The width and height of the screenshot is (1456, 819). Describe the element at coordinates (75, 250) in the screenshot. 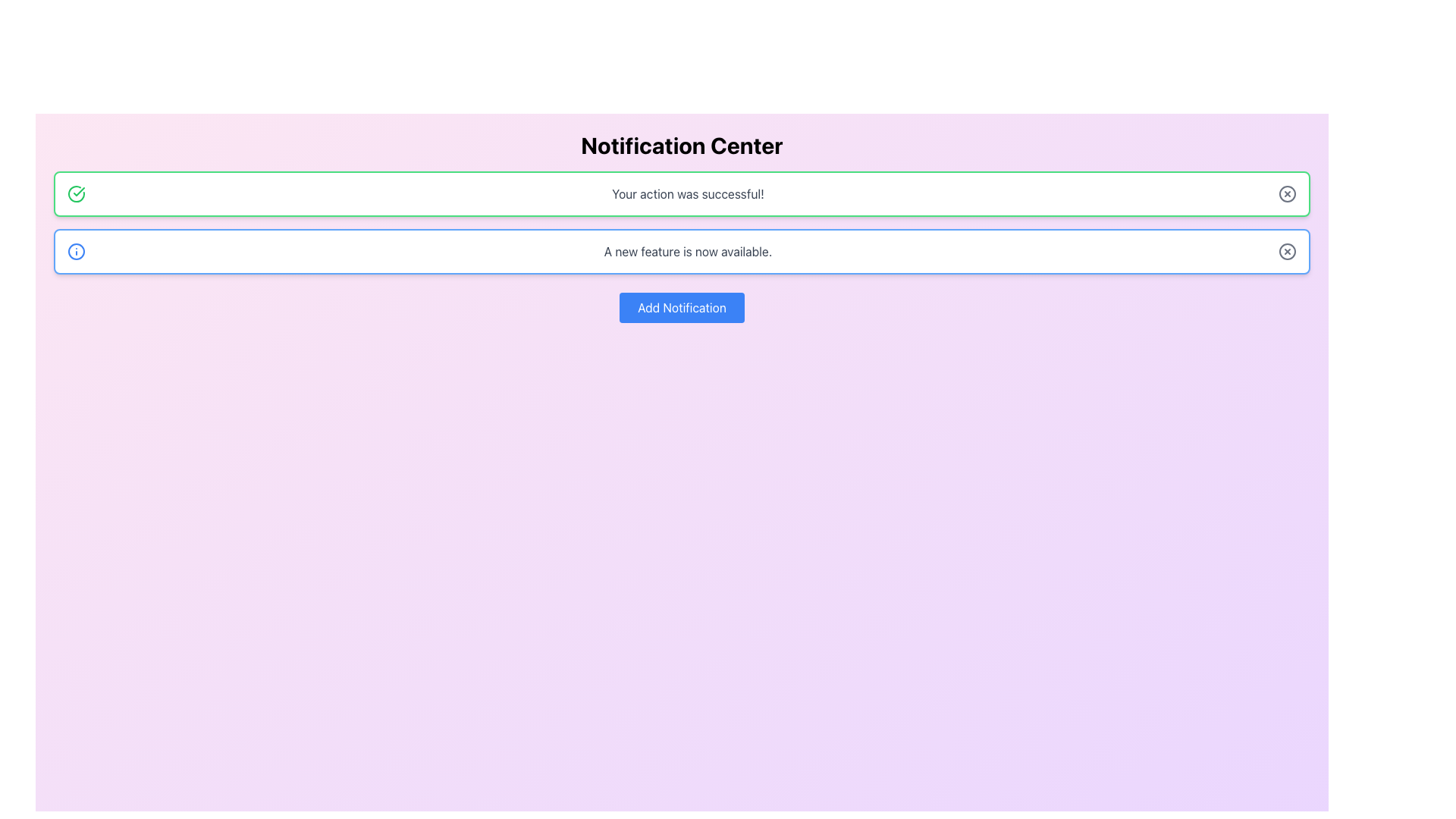

I see `the decorative Graphical Circle Component in the second notification bubble that emphasizes the notification 'A new feature is now available.'` at that location.